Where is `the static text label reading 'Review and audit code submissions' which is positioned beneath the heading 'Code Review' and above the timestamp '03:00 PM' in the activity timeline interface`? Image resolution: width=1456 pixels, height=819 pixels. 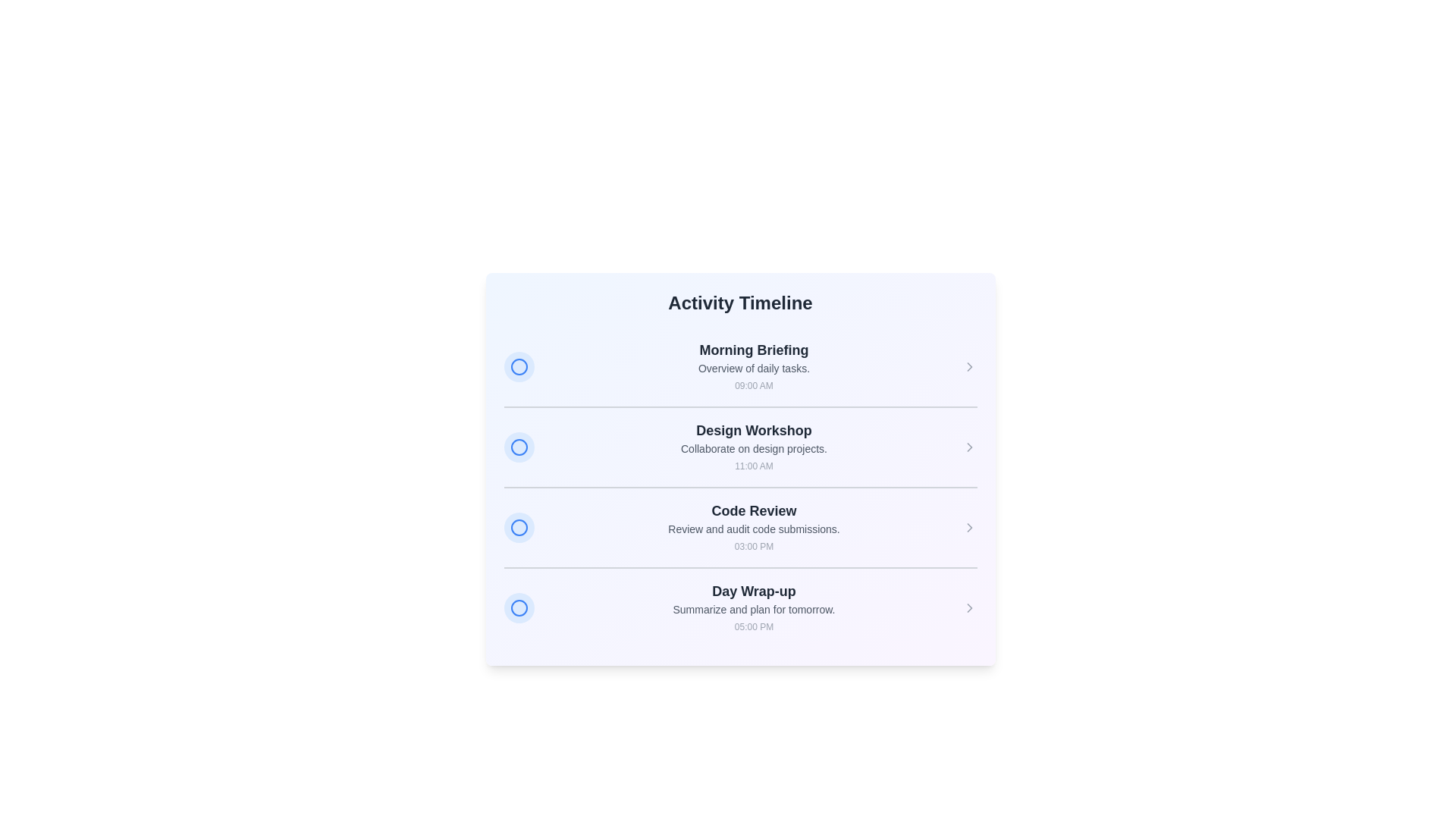 the static text label reading 'Review and audit code submissions' which is positioned beneath the heading 'Code Review' and above the timestamp '03:00 PM' in the activity timeline interface is located at coordinates (754, 529).